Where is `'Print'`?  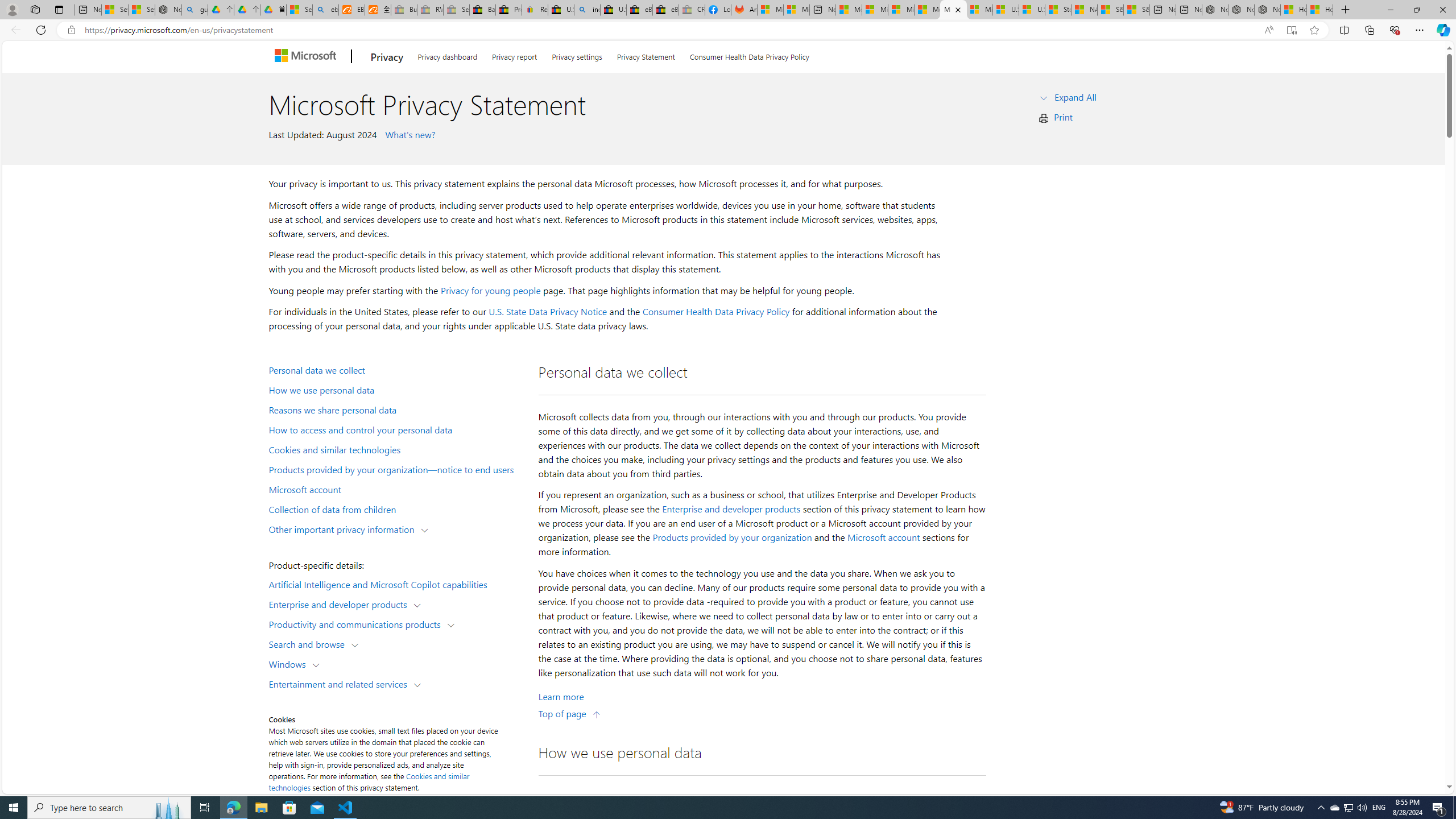
'Print' is located at coordinates (1064, 116).